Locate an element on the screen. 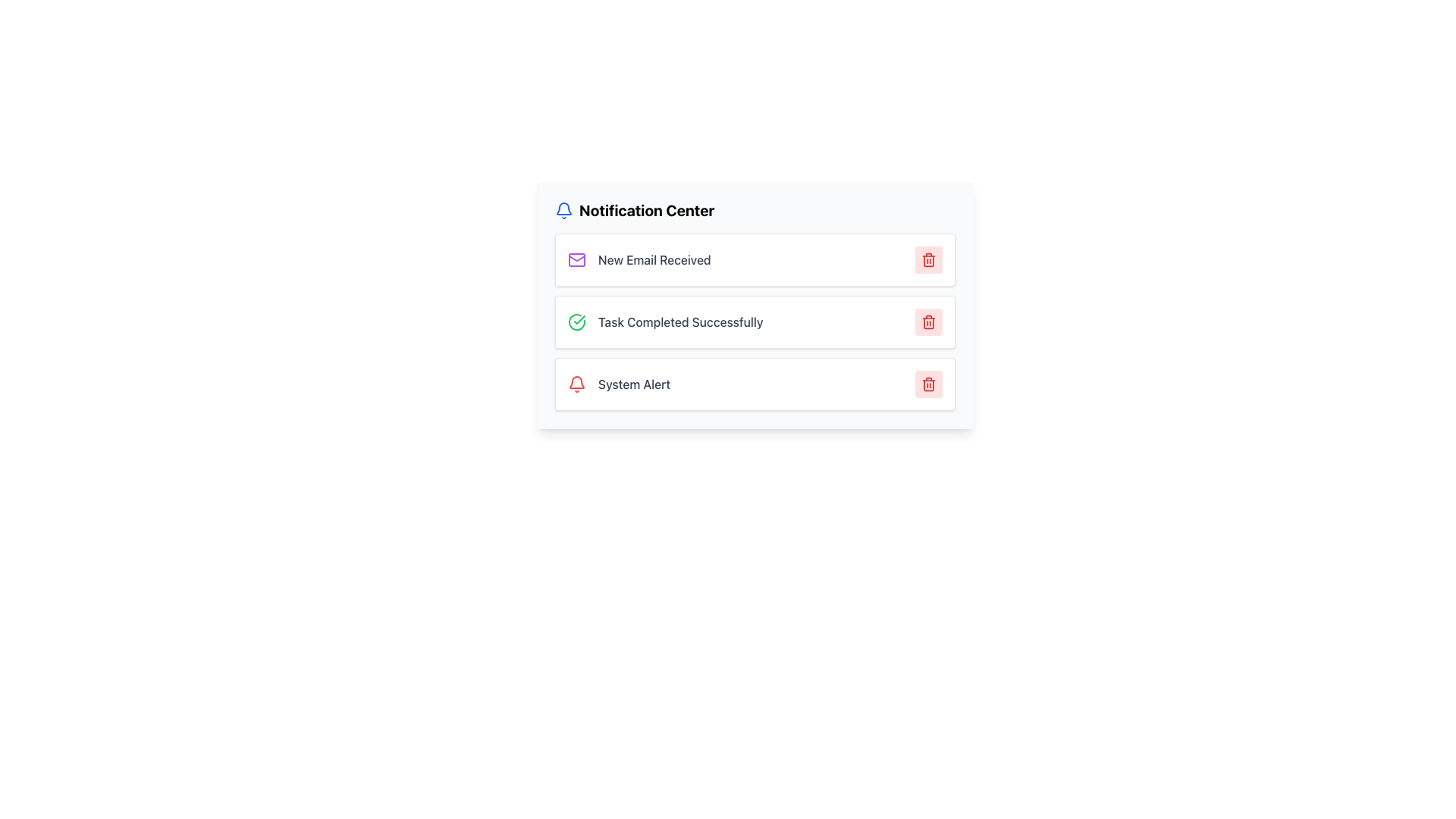 The image size is (1456, 819). the bold, large-sized text label displaying 'Notification Center' located to the right of the blue bell icon in the notification panel is located at coordinates (647, 210).